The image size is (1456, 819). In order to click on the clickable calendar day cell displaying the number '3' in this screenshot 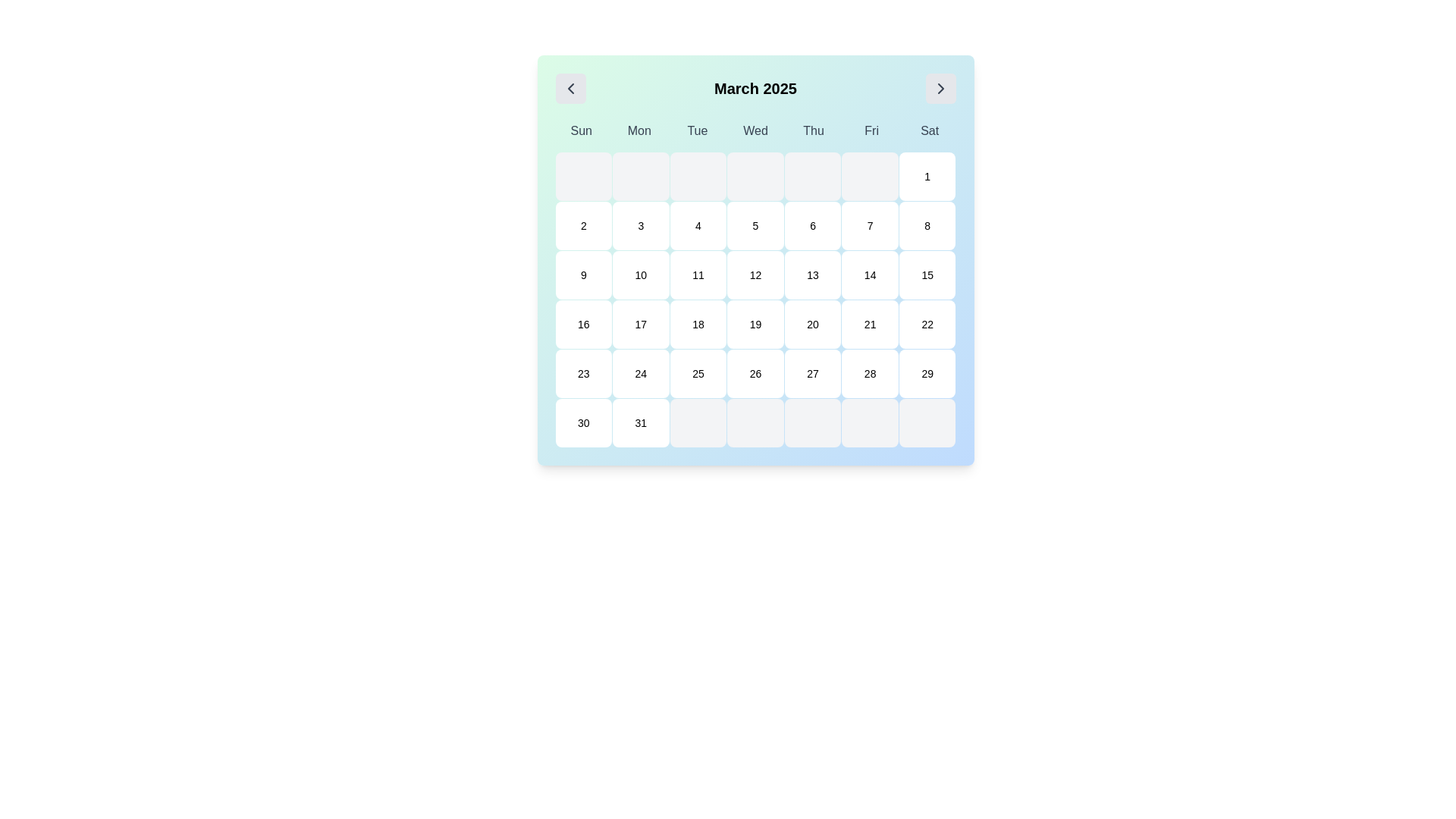, I will do `click(641, 225)`.